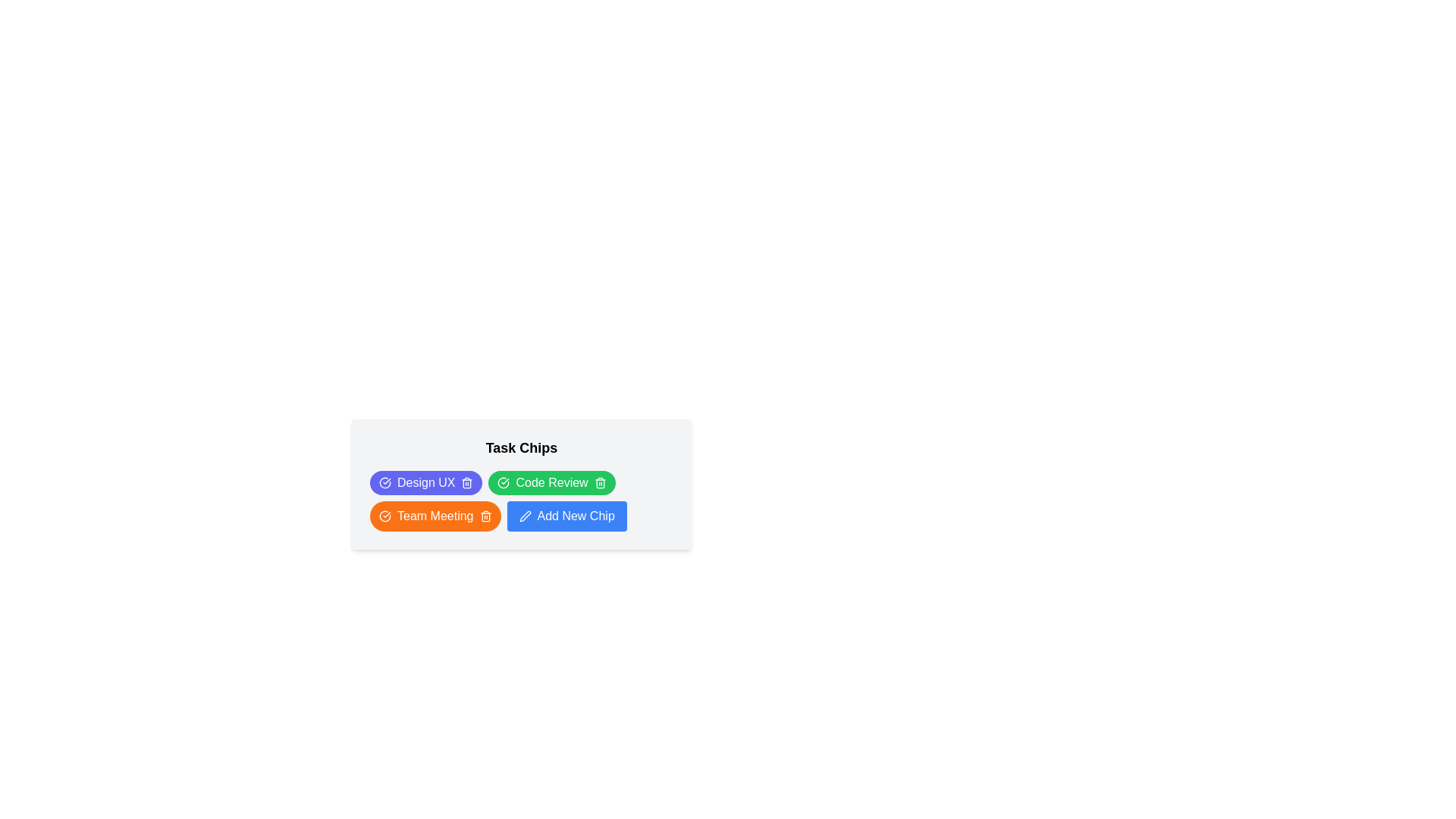 This screenshot has height=819, width=1456. I want to click on the completed status icon for the 'Team Meeting' chip, which is located at the beginning of the third chip in the second row, so click(385, 516).